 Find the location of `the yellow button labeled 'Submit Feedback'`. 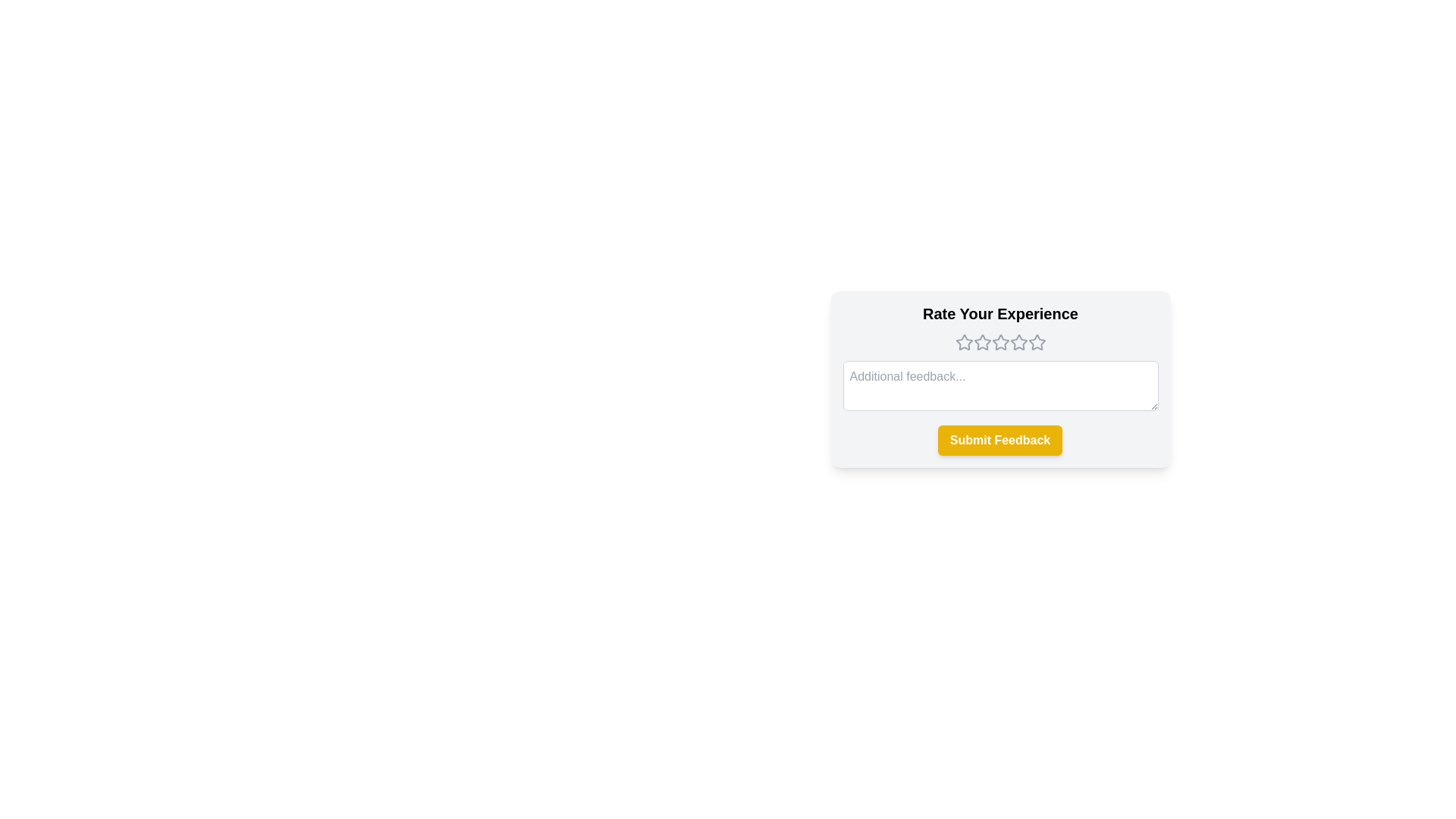

the yellow button labeled 'Submit Feedback' is located at coordinates (1000, 441).